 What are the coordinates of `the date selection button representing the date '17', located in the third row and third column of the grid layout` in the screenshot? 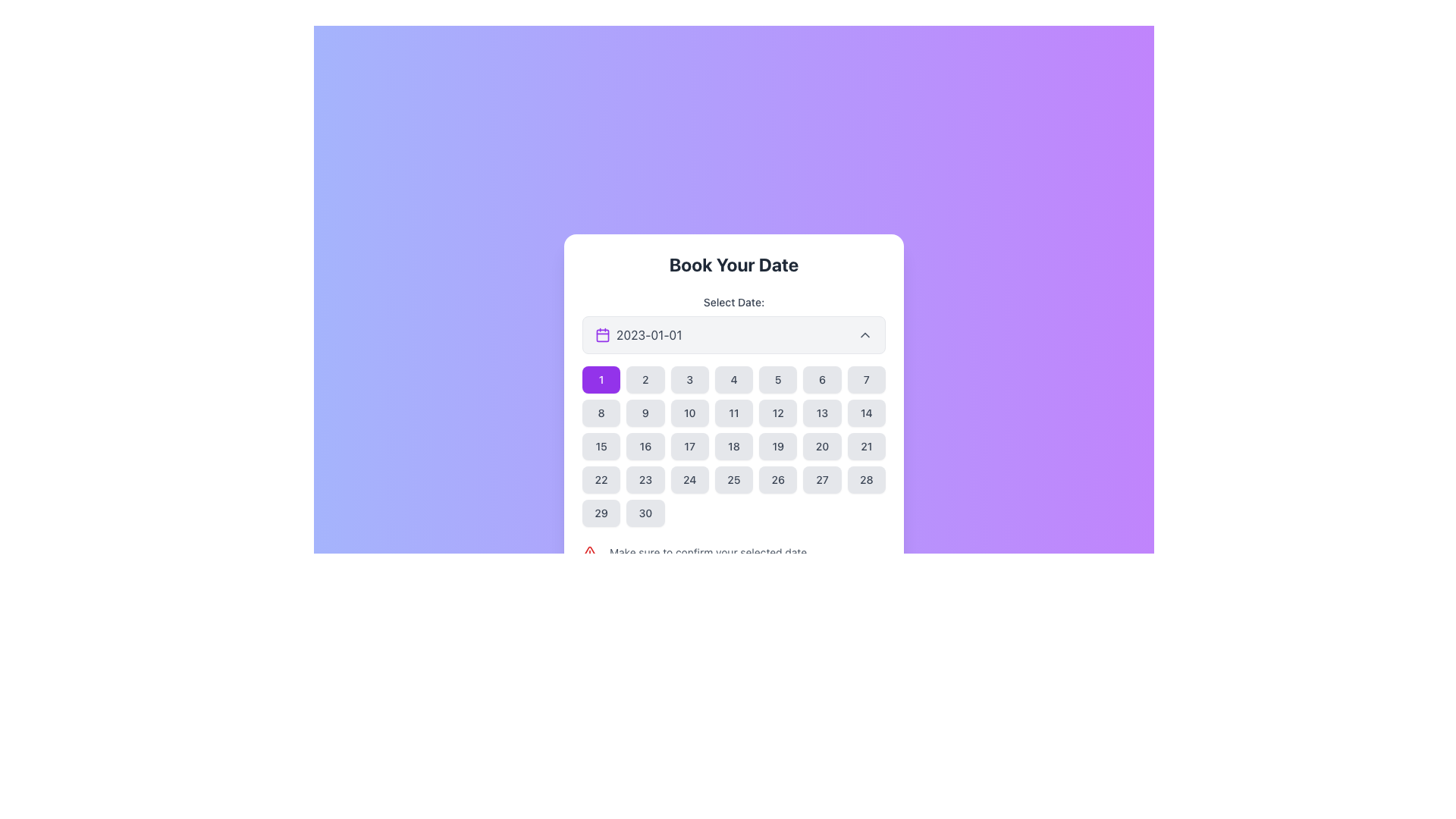 It's located at (689, 446).